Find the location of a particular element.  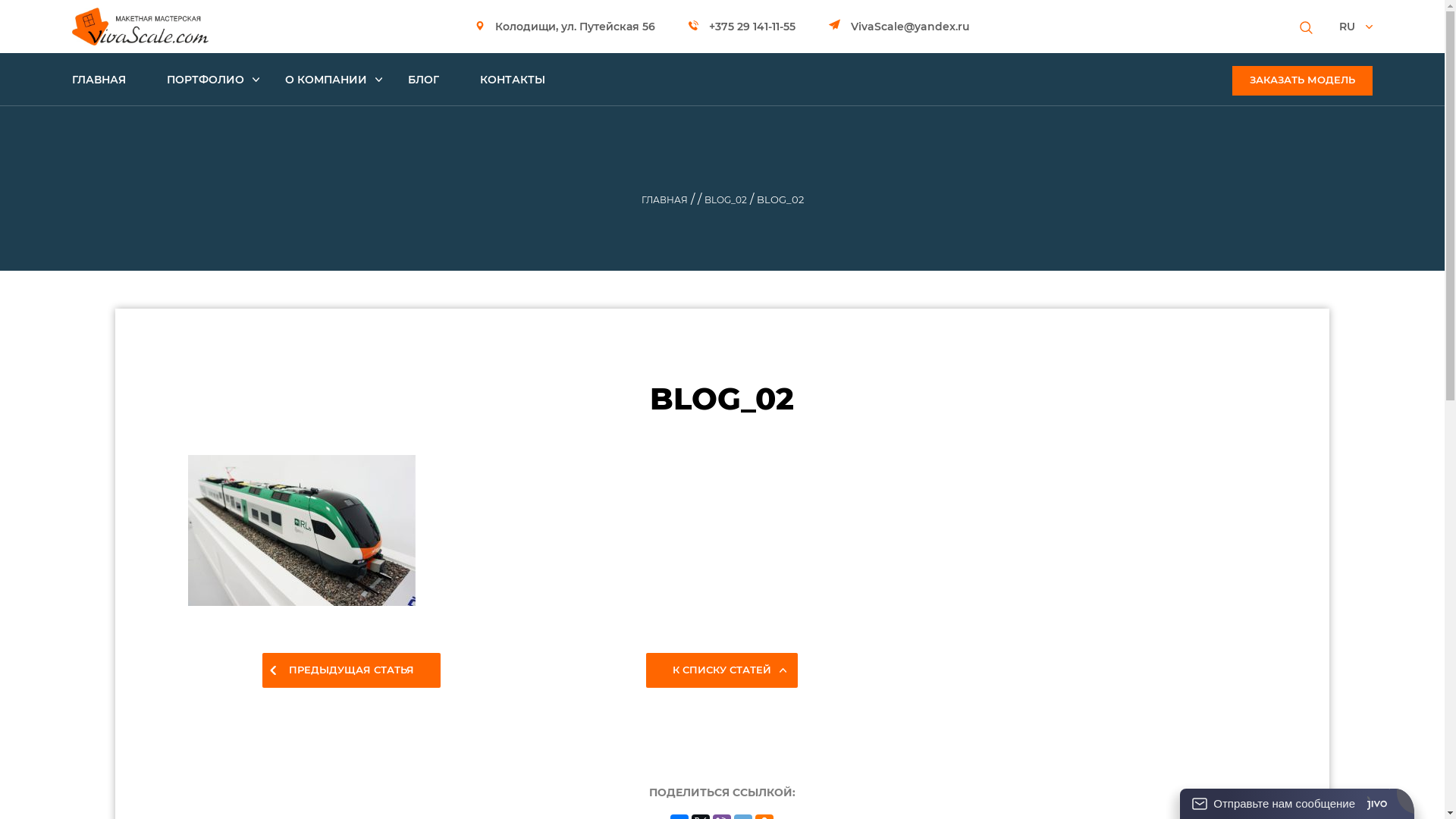

'VivaScale@yandex.ru' is located at coordinates (899, 26).